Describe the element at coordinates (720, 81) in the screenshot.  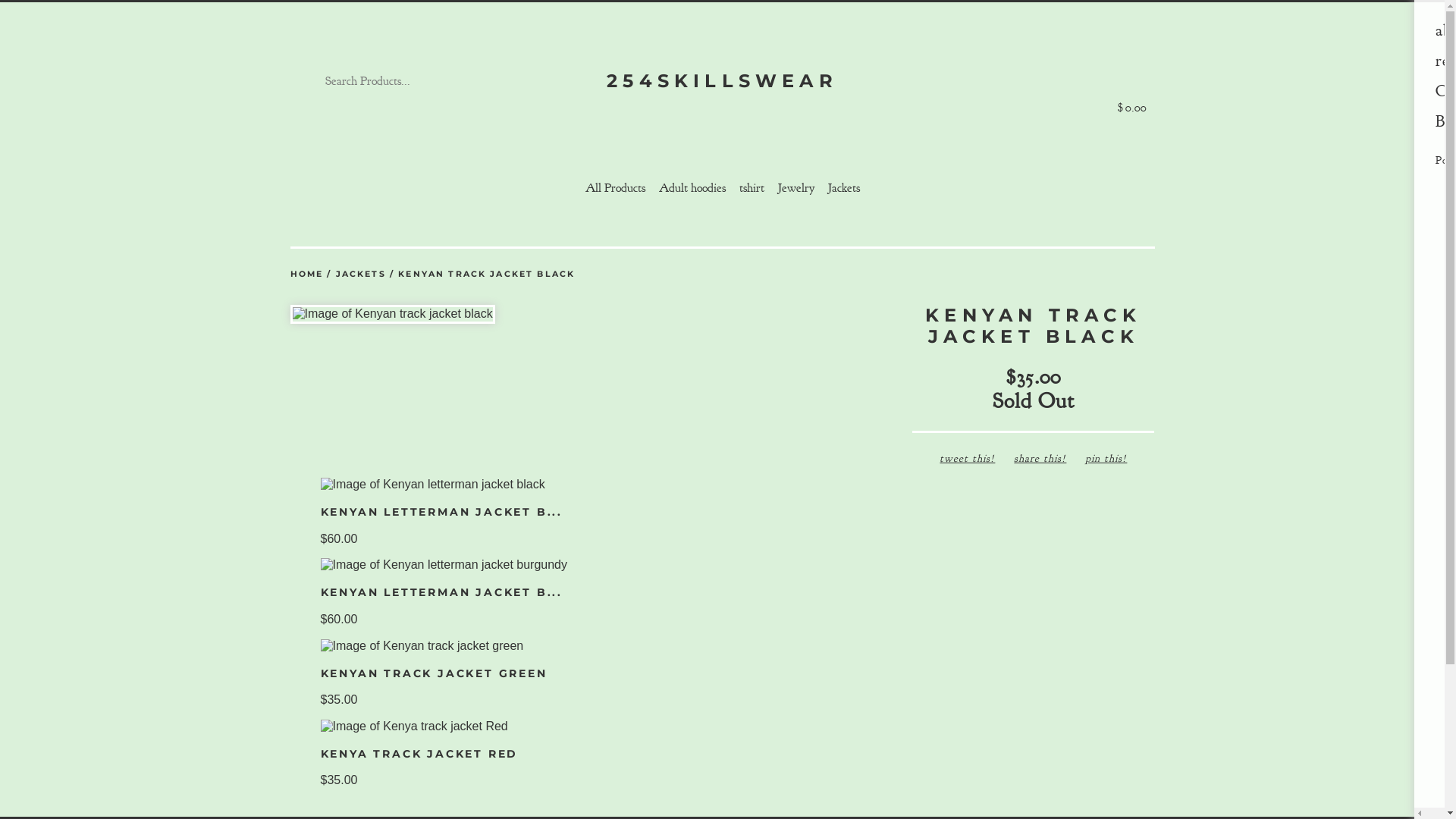
I see `'254SKILLSWEAR'` at that location.